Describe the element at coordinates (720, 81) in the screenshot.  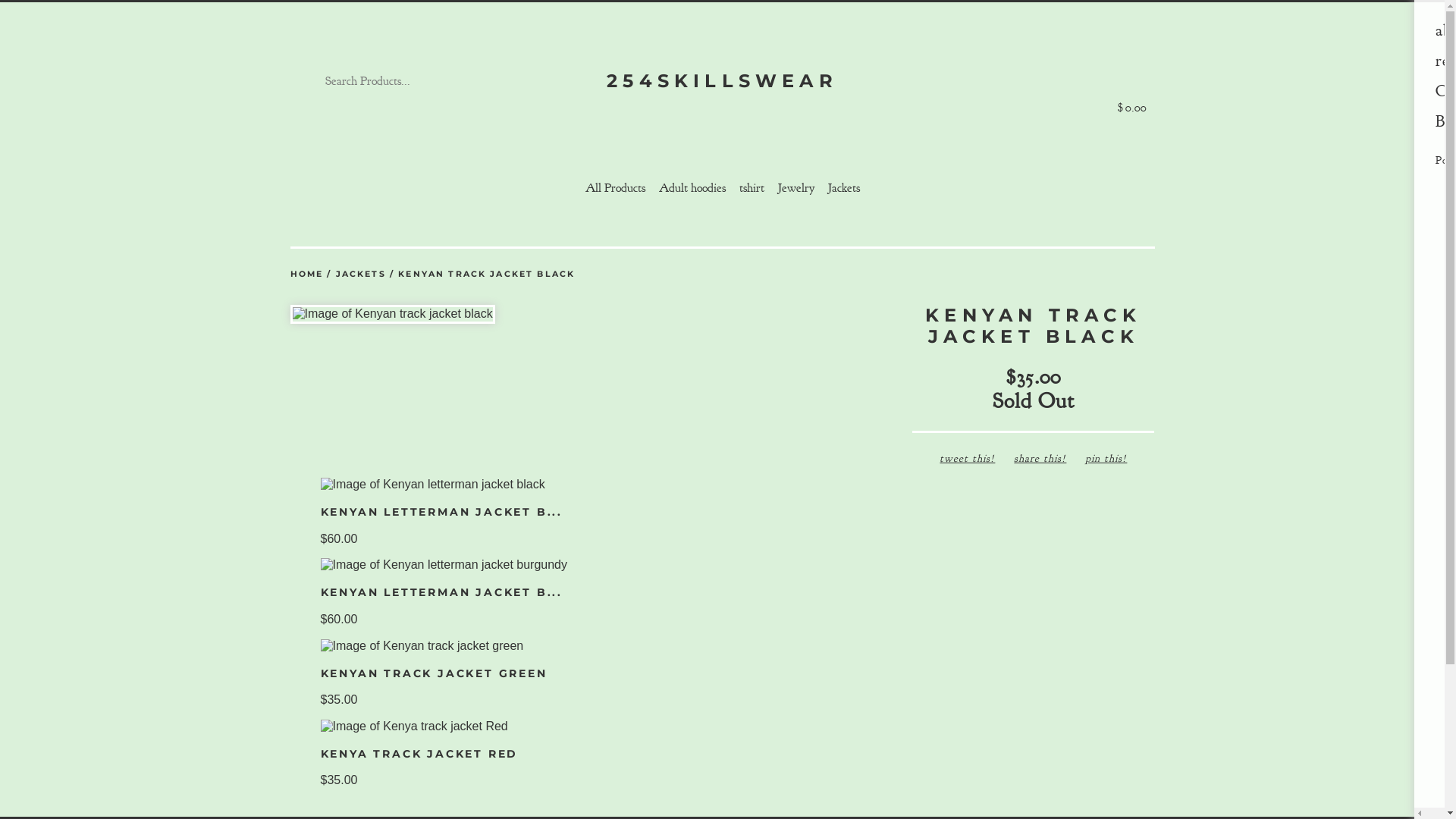
I see `'254SKILLSWEAR'` at that location.